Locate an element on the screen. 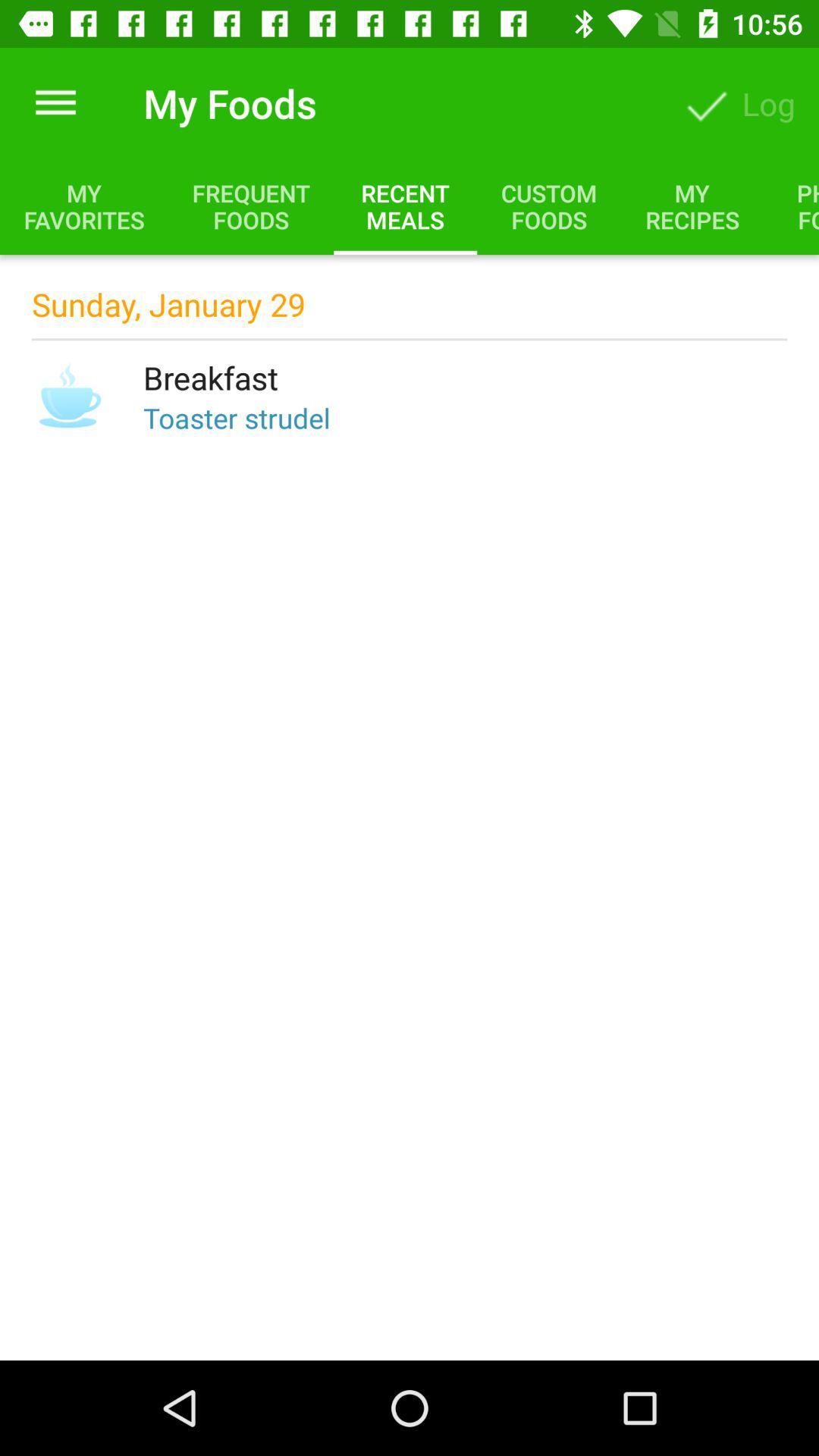  the item to the left of the my foods is located at coordinates (55, 102).